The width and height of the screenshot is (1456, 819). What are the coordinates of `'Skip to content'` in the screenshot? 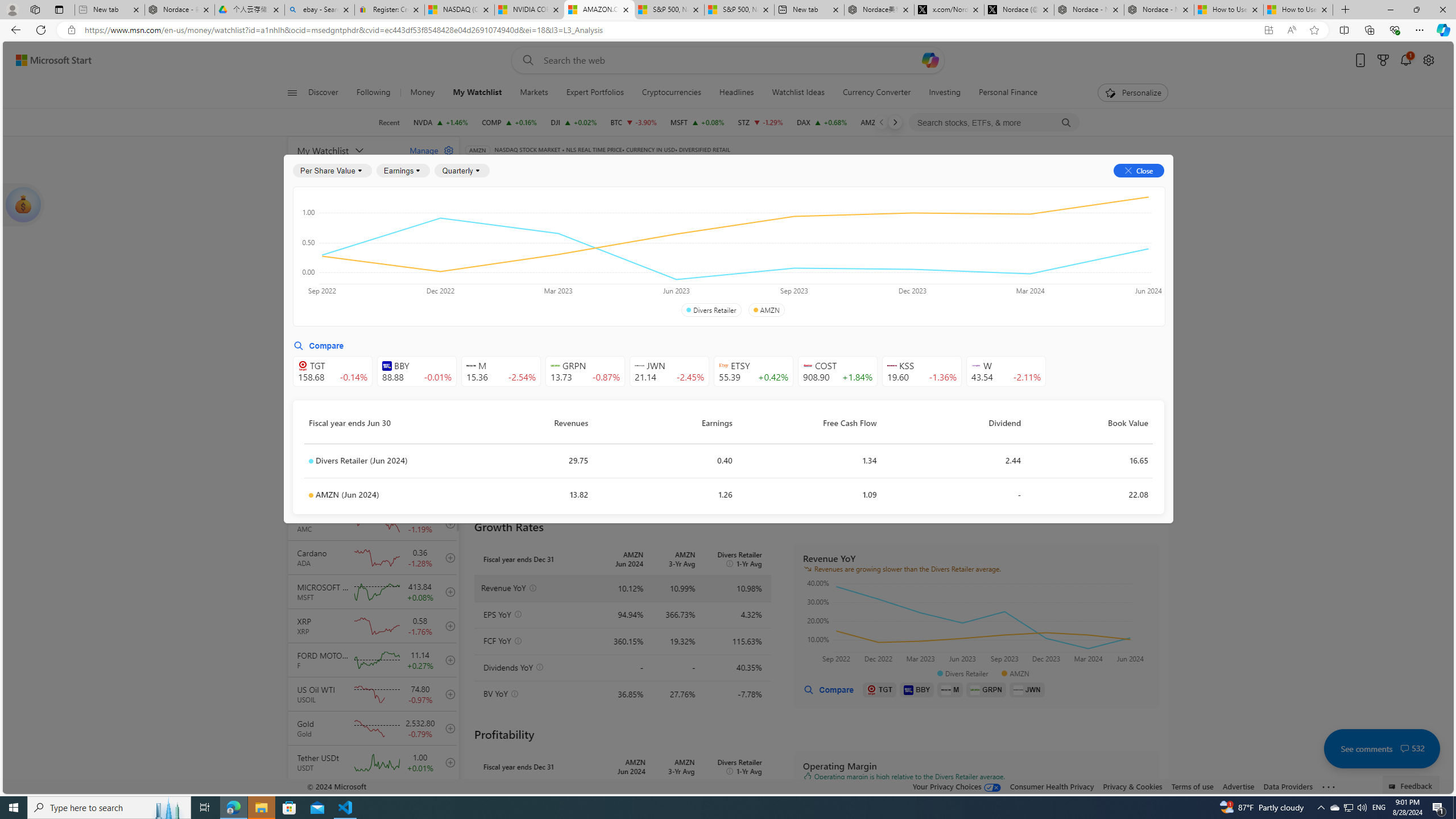 It's located at (49, 59).